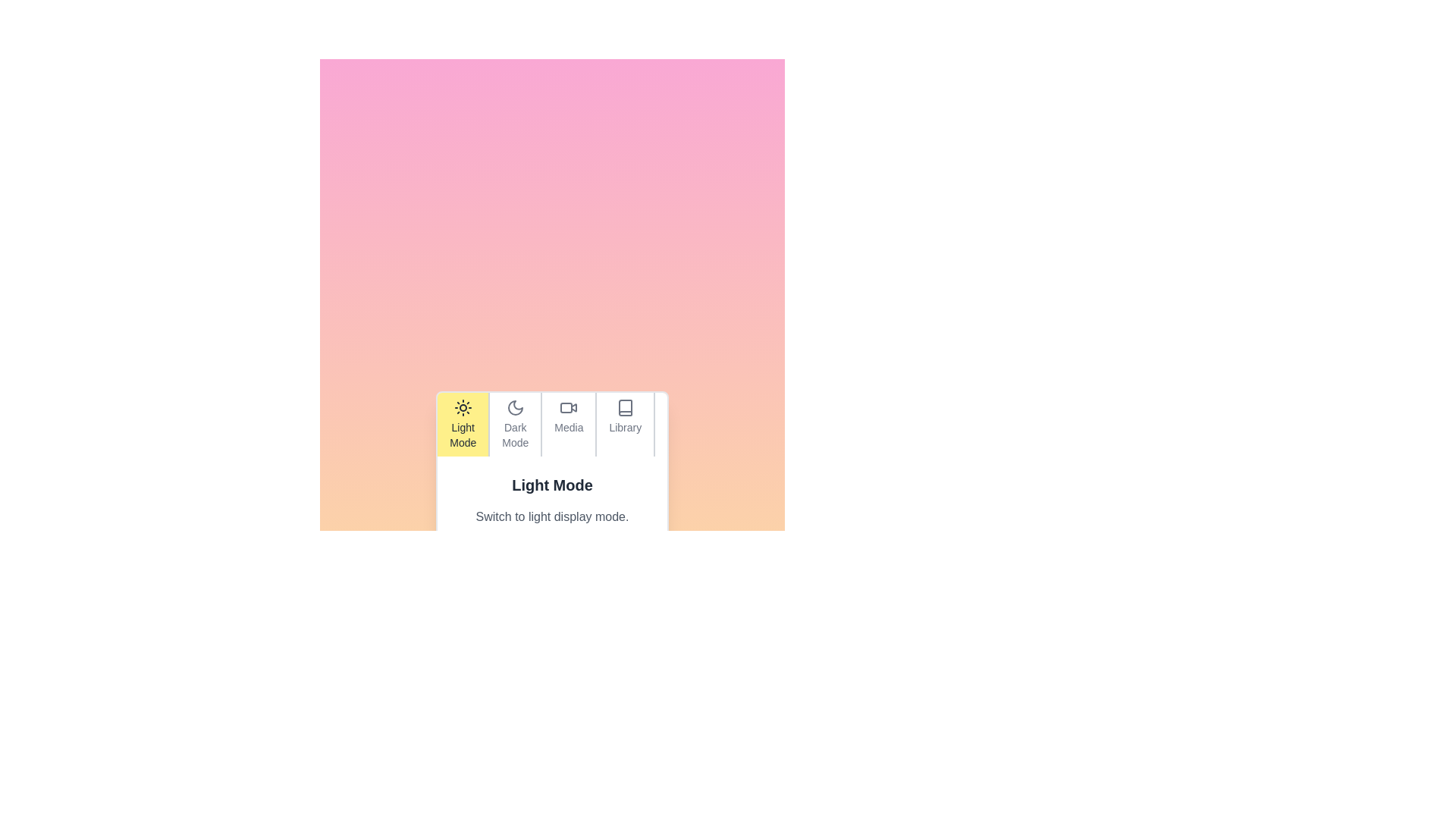 The width and height of the screenshot is (1456, 819). I want to click on the tab labeled Light Mode to observe its visual effect, so click(461, 424).